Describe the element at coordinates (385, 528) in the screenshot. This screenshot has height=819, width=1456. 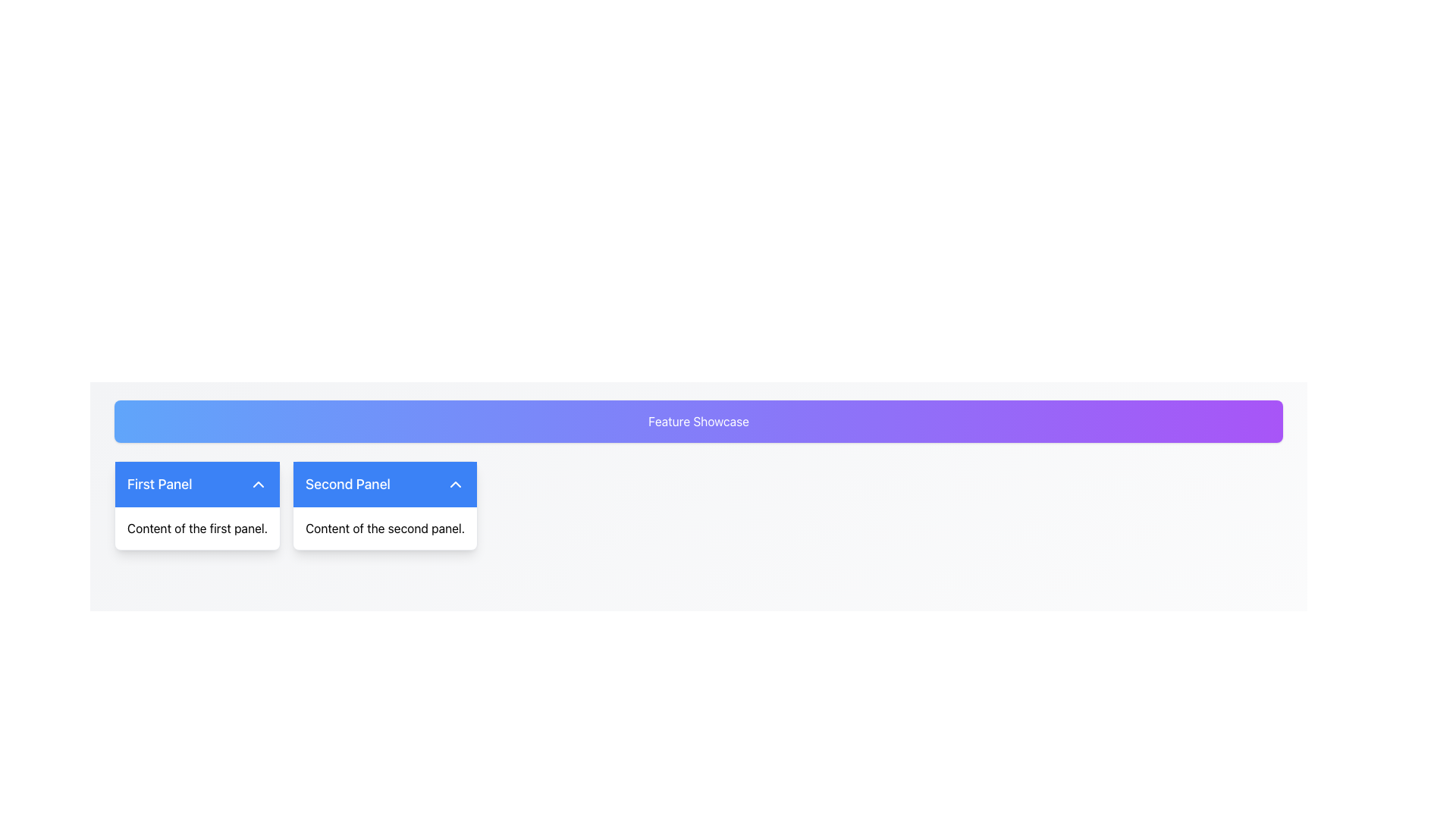
I see `text displayed in the text block that shows 'Content of the second panel.' located in the lower half of the 'Second Panel' section` at that location.